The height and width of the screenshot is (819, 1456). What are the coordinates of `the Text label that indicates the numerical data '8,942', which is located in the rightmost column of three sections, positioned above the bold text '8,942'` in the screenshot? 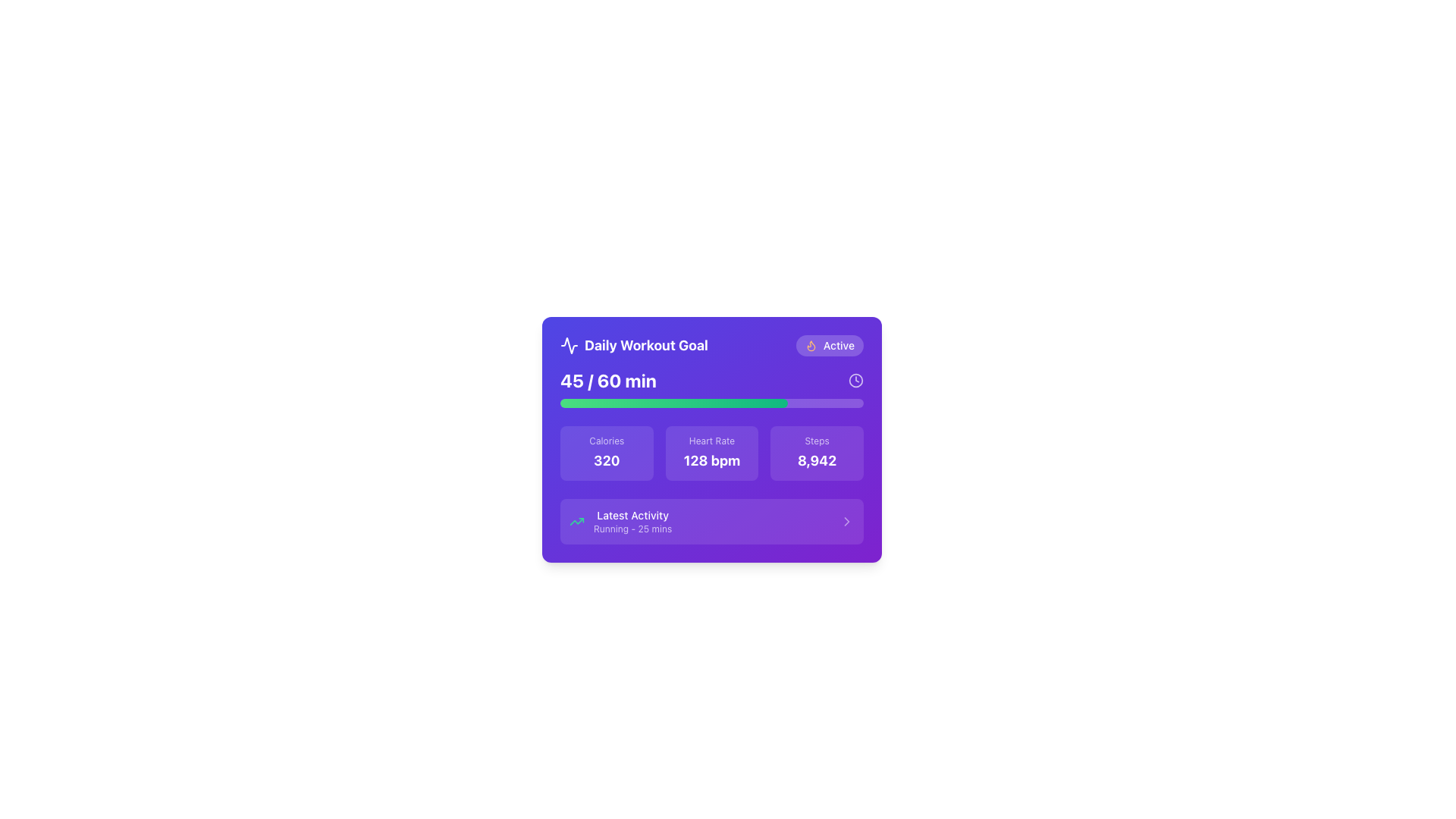 It's located at (816, 441).